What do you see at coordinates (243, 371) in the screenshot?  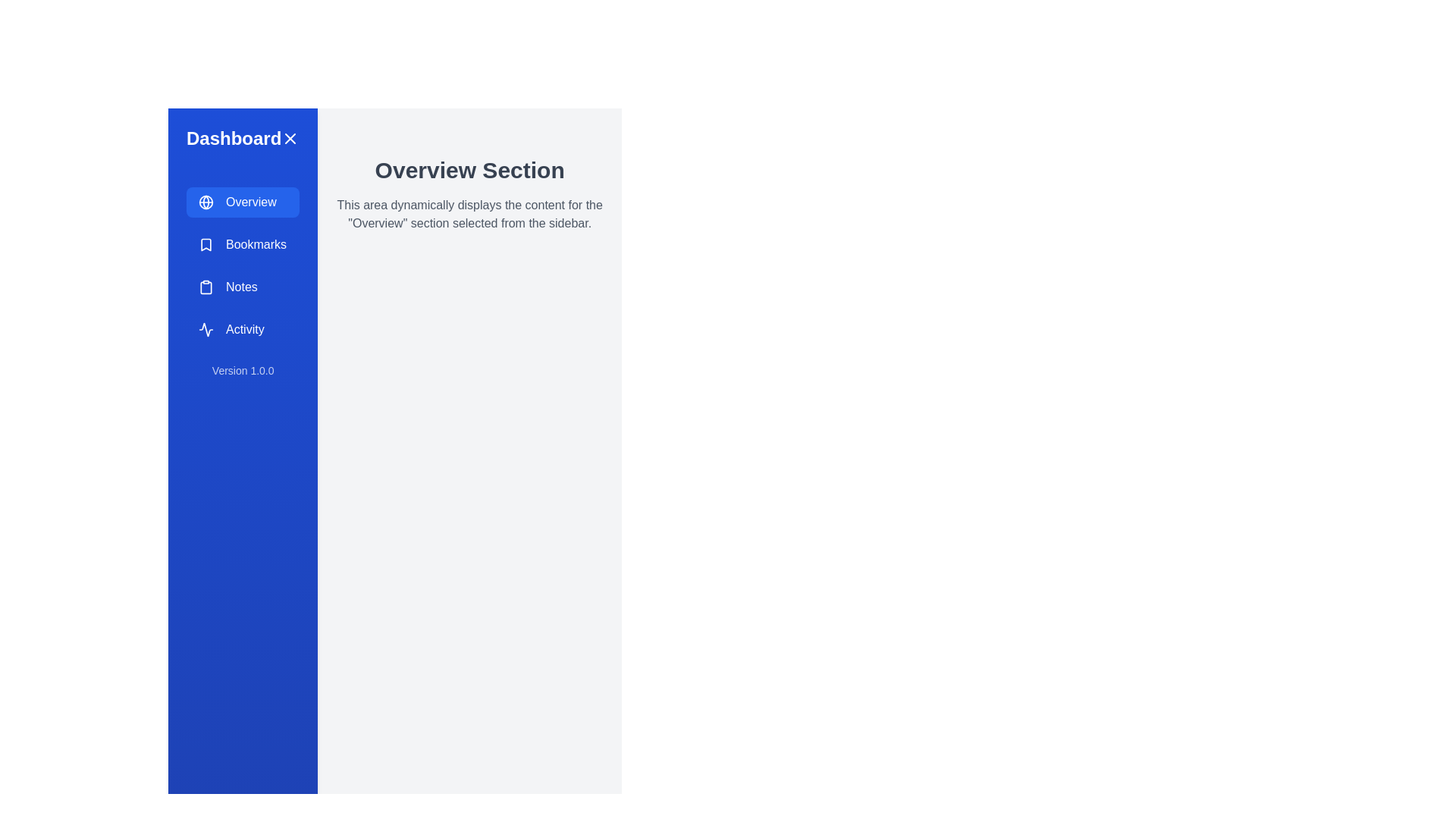 I see `the 'Version 1.0.0' text to view the application version information` at bounding box center [243, 371].